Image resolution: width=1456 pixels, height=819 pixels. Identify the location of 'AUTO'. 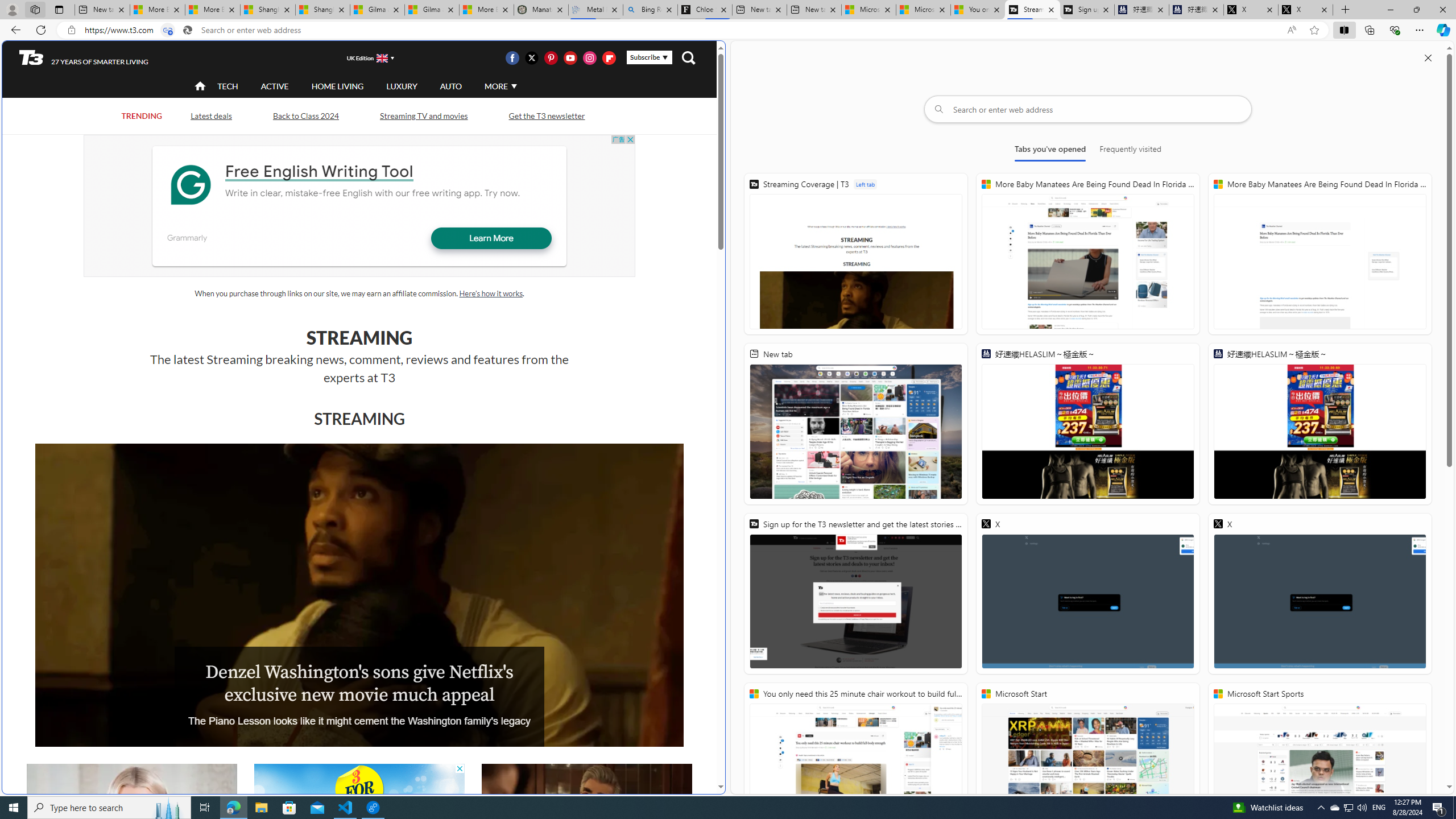
(450, 85).